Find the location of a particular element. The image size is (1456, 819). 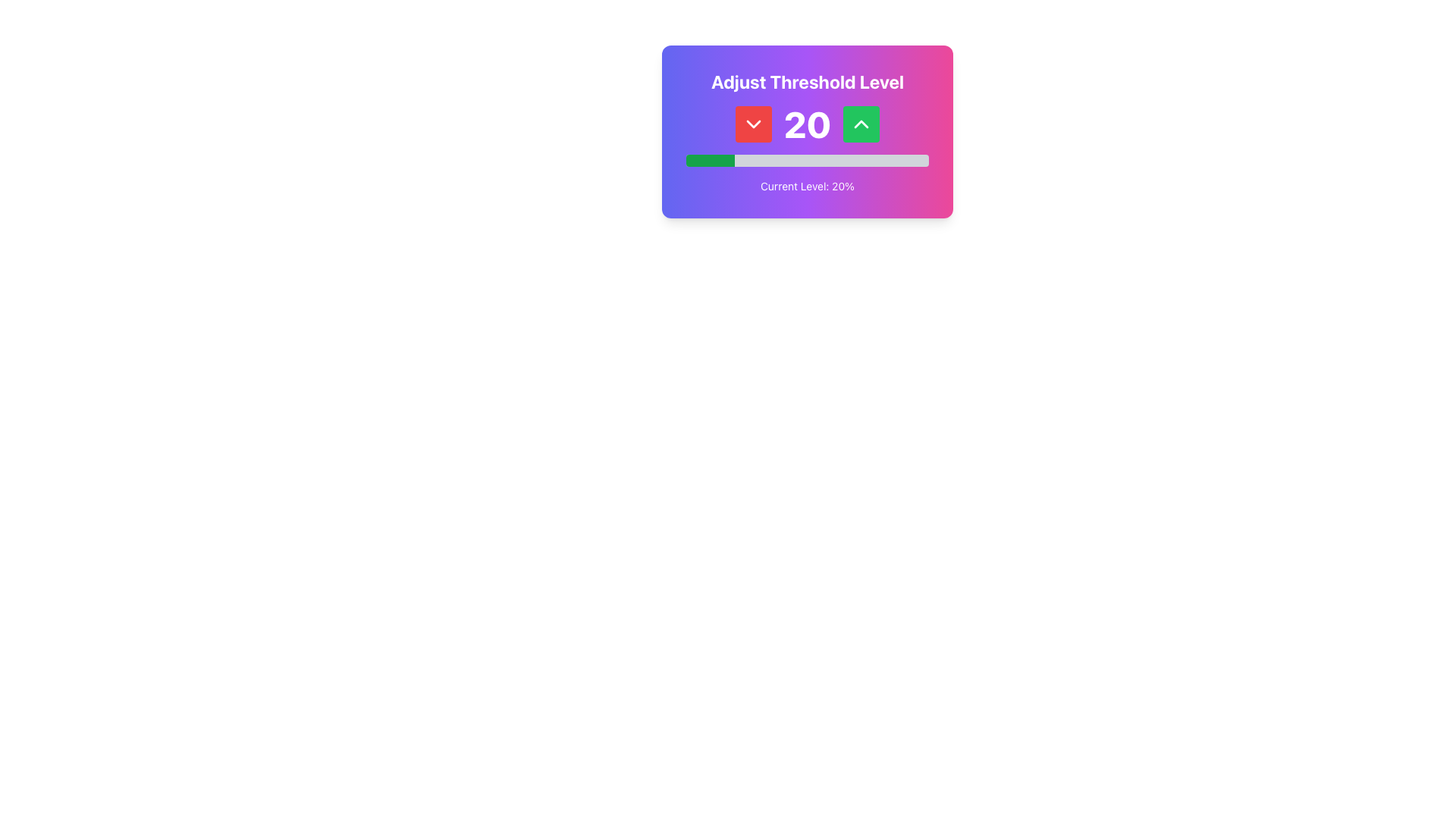

the leftmost 20% segment of the progress bar, which represents 20% completion of a task, located at the bottom part of the card interface is located at coordinates (709, 161).